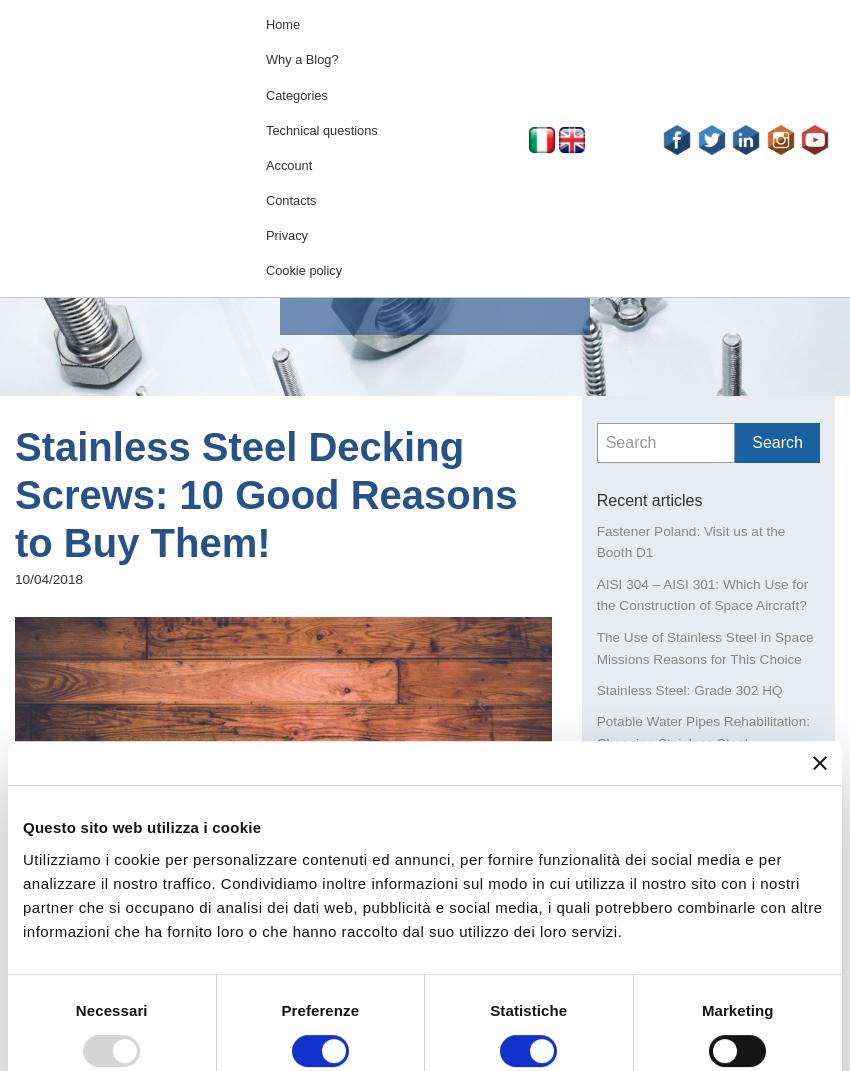  Describe the element at coordinates (264, 493) in the screenshot. I see `'Stainless Steel Decking Screws: 10 Good Reasons to Buy Them!'` at that location.